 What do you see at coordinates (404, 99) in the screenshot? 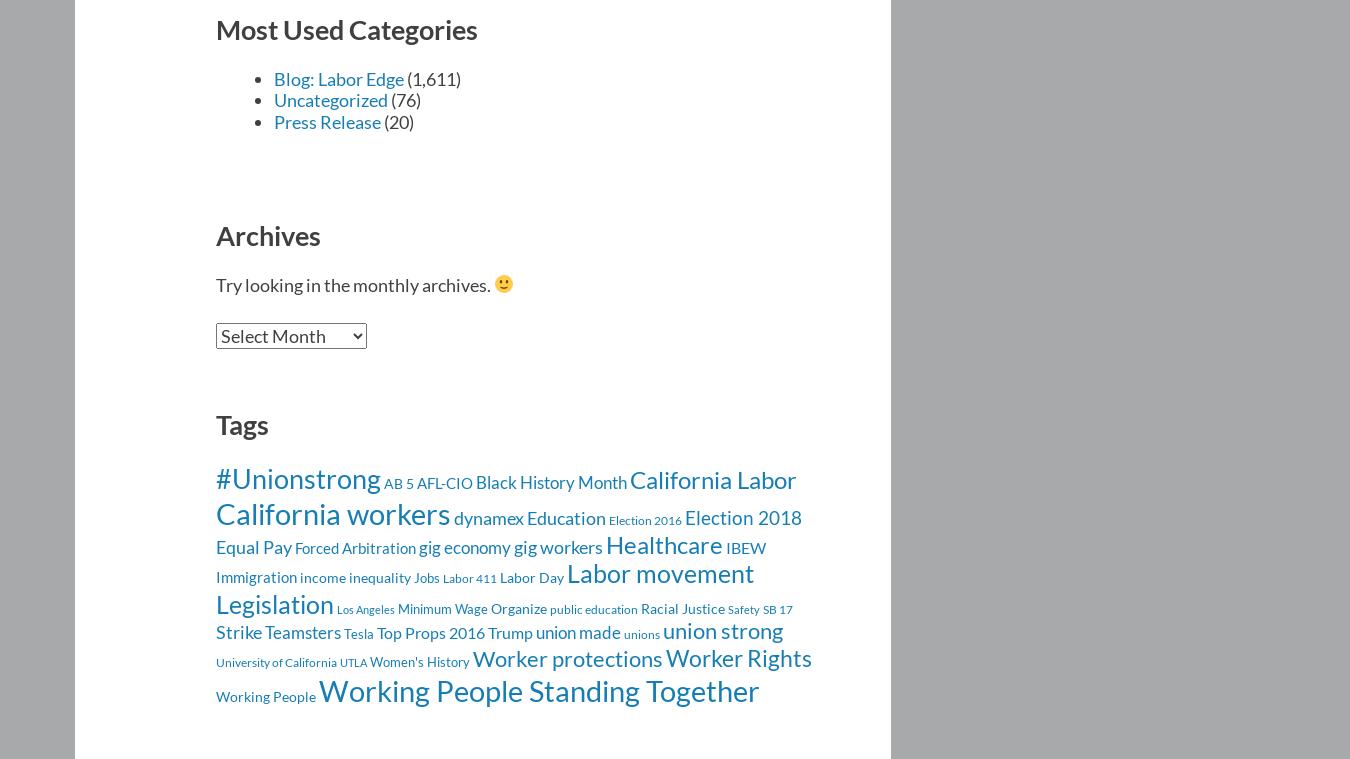
I see `'(76)'` at bounding box center [404, 99].